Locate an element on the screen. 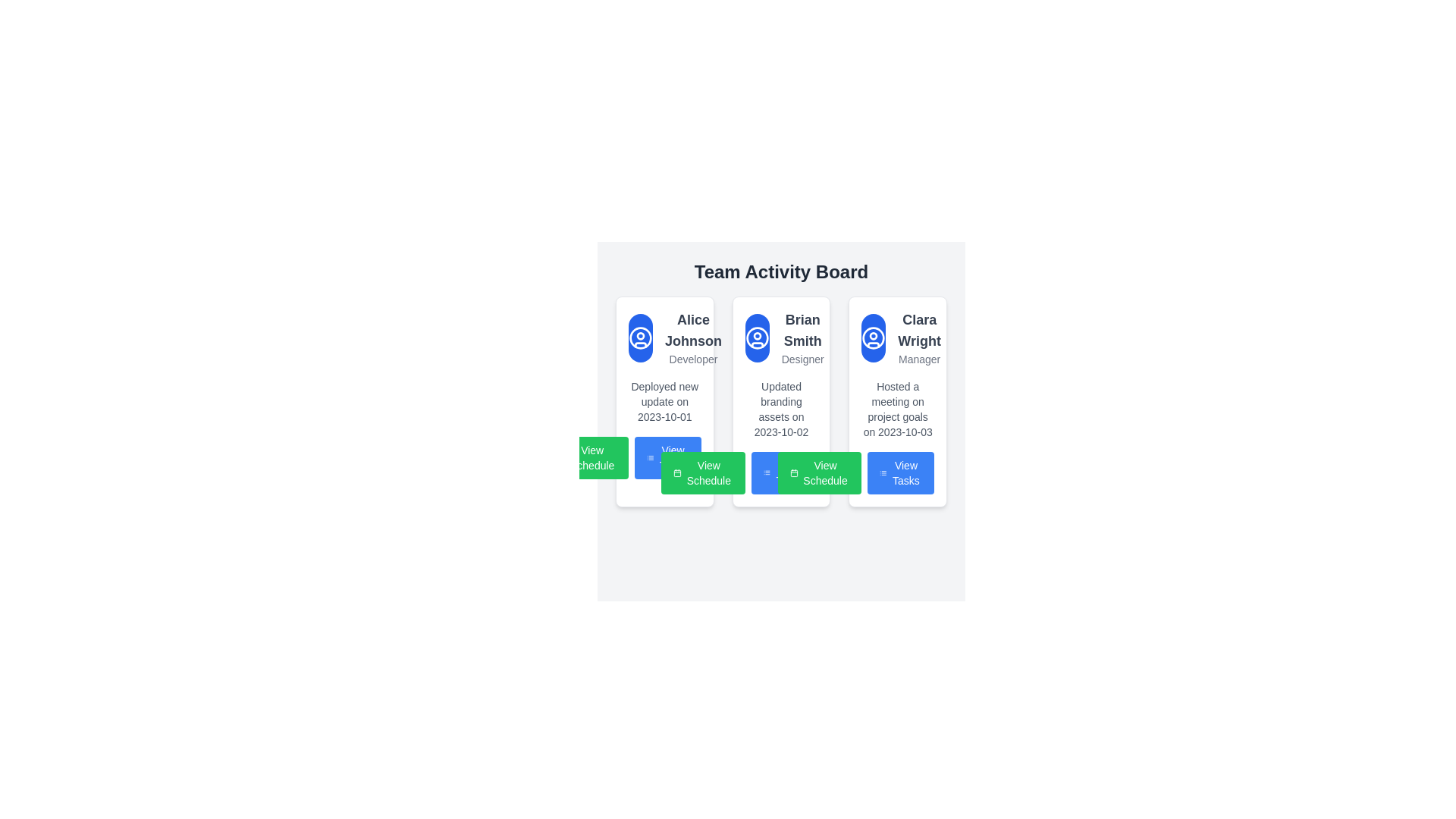 This screenshot has height=819, width=1456. the Text Display element that indicates the name and professional role of an individual, located in the middle card of the Team Activity Board is located at coordinates (802, 337).